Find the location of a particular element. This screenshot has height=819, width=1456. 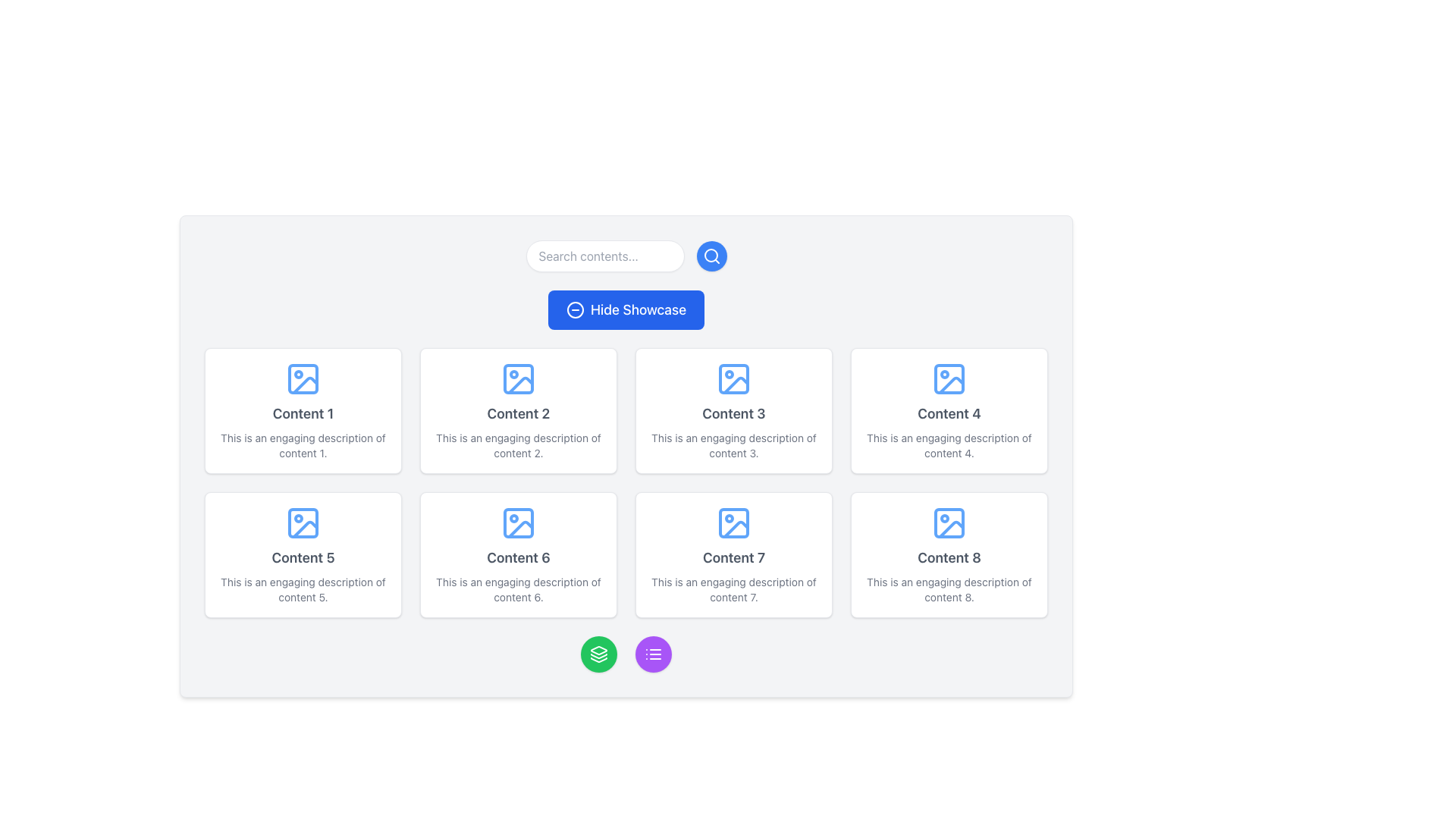

the static text label providing additional information about 'Content 7', located at the bottom section of the corresponding card is located at coordinates (734, 589).